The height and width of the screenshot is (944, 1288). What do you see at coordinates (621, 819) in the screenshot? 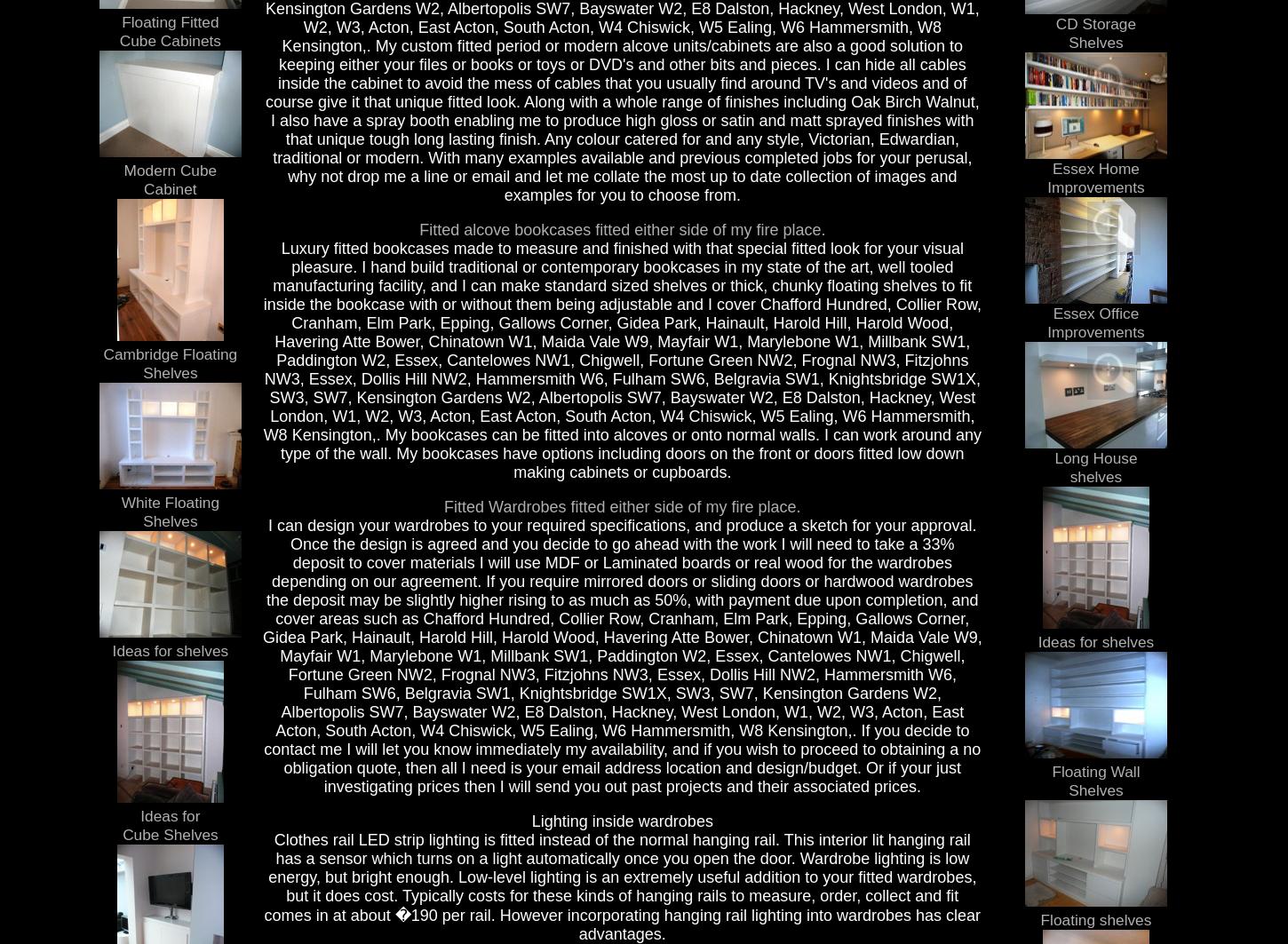
I see `'Lighting inside wardrobes'` at bounding box center [621, 819].